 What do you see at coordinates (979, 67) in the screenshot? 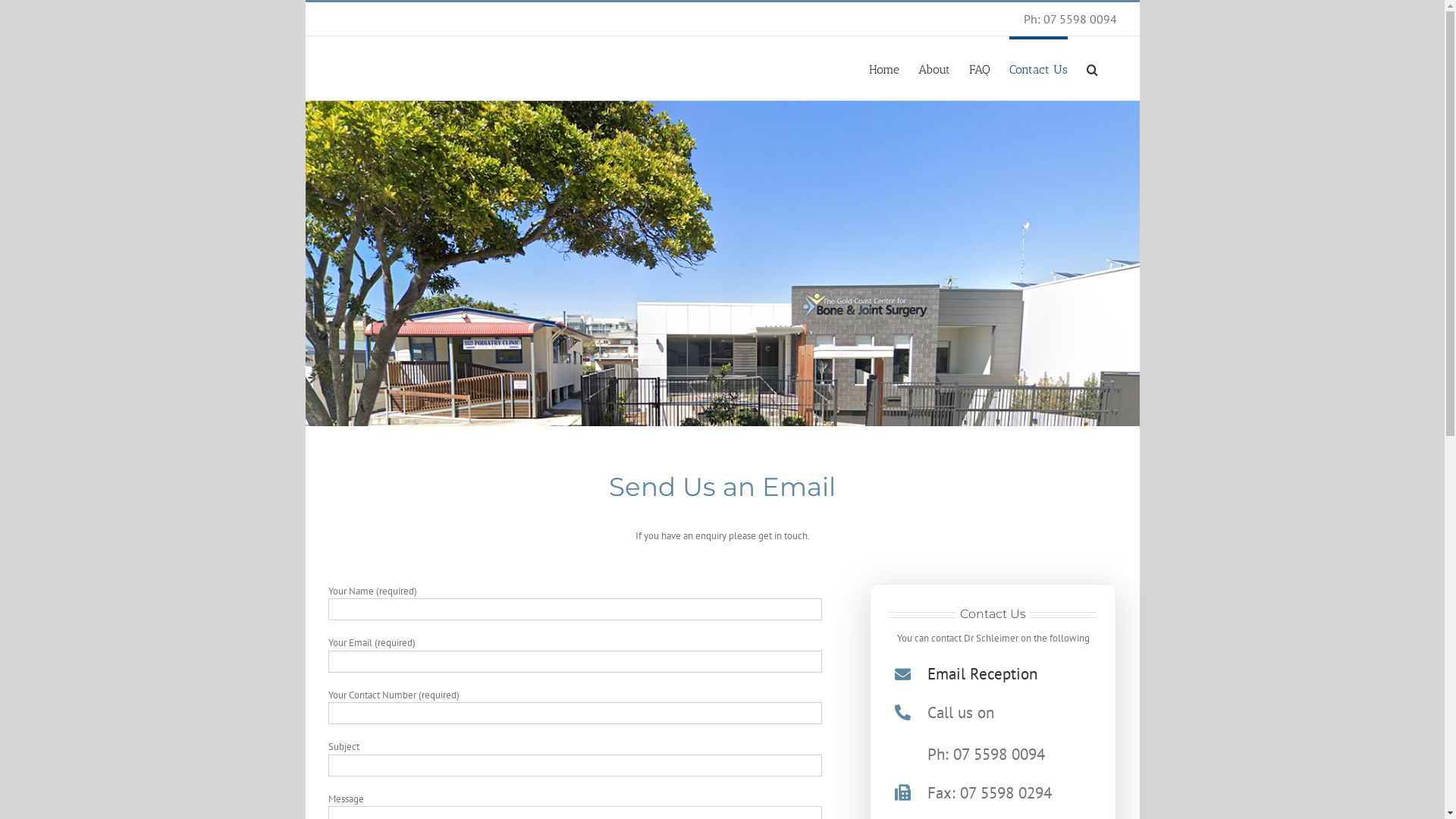
I see `'FAQ'` at bounding box center [979, 67].